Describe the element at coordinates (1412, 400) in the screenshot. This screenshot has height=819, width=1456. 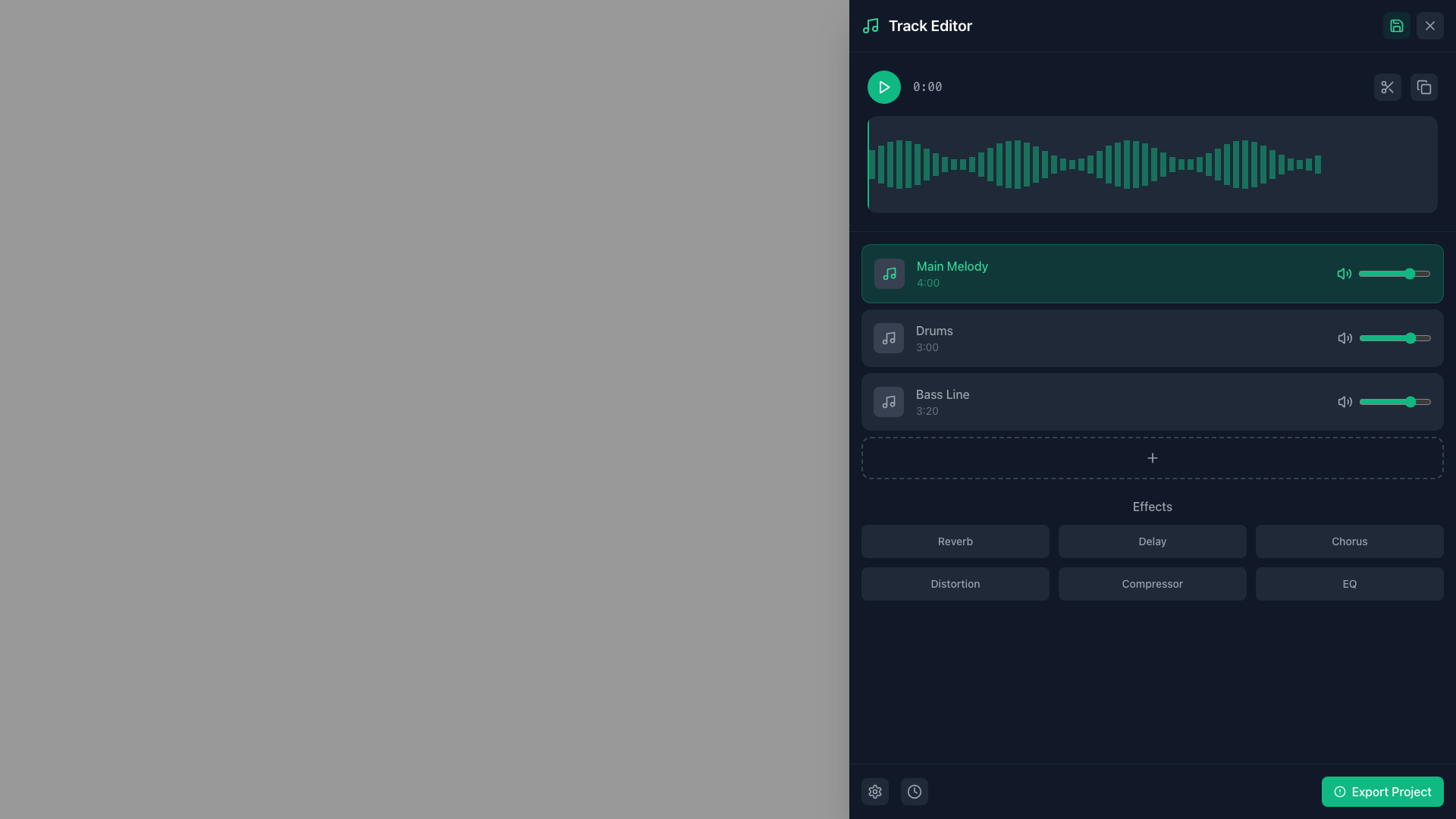
I see `the volume slider` at that location.